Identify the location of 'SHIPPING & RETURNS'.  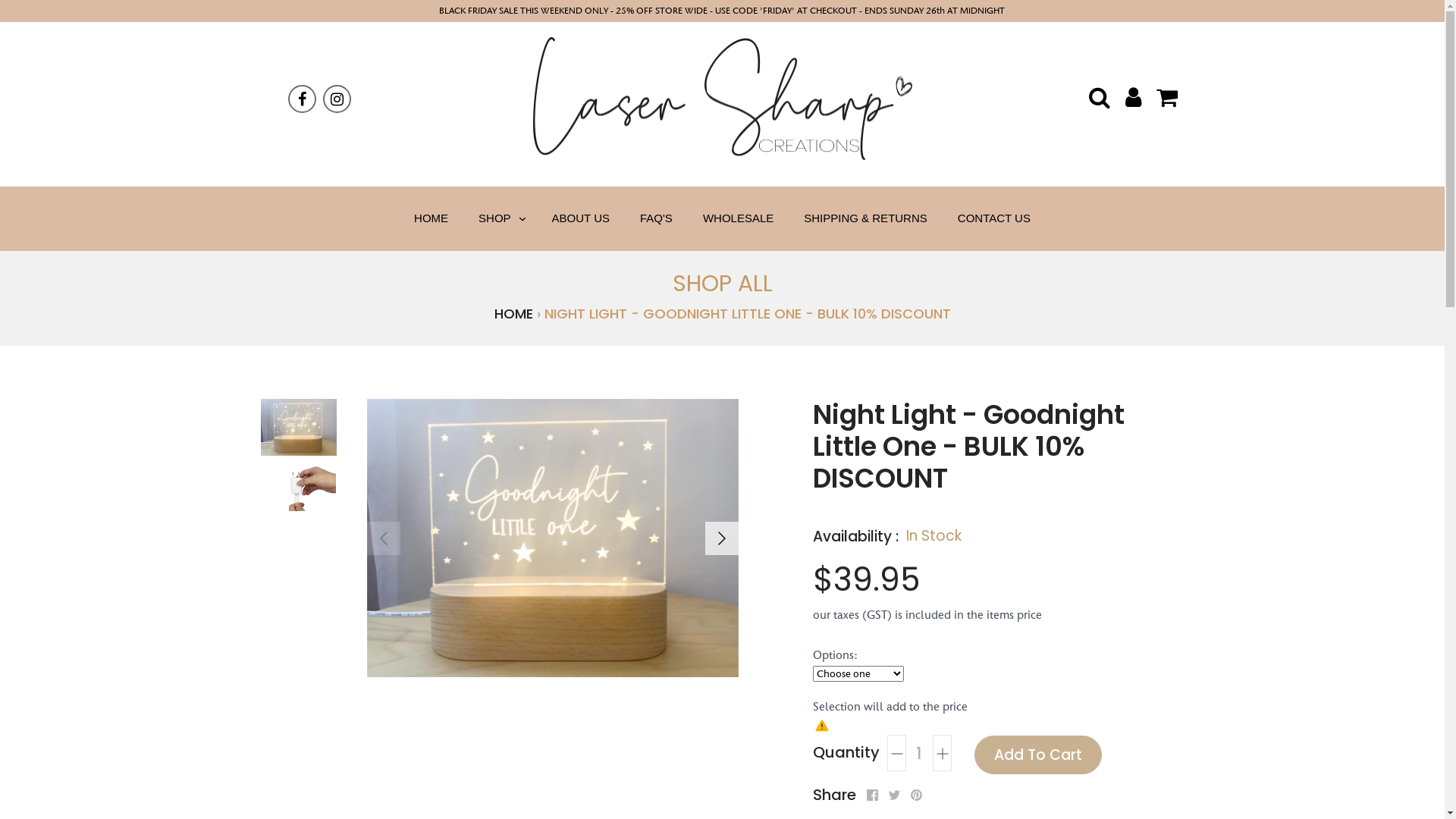
(789, 218).